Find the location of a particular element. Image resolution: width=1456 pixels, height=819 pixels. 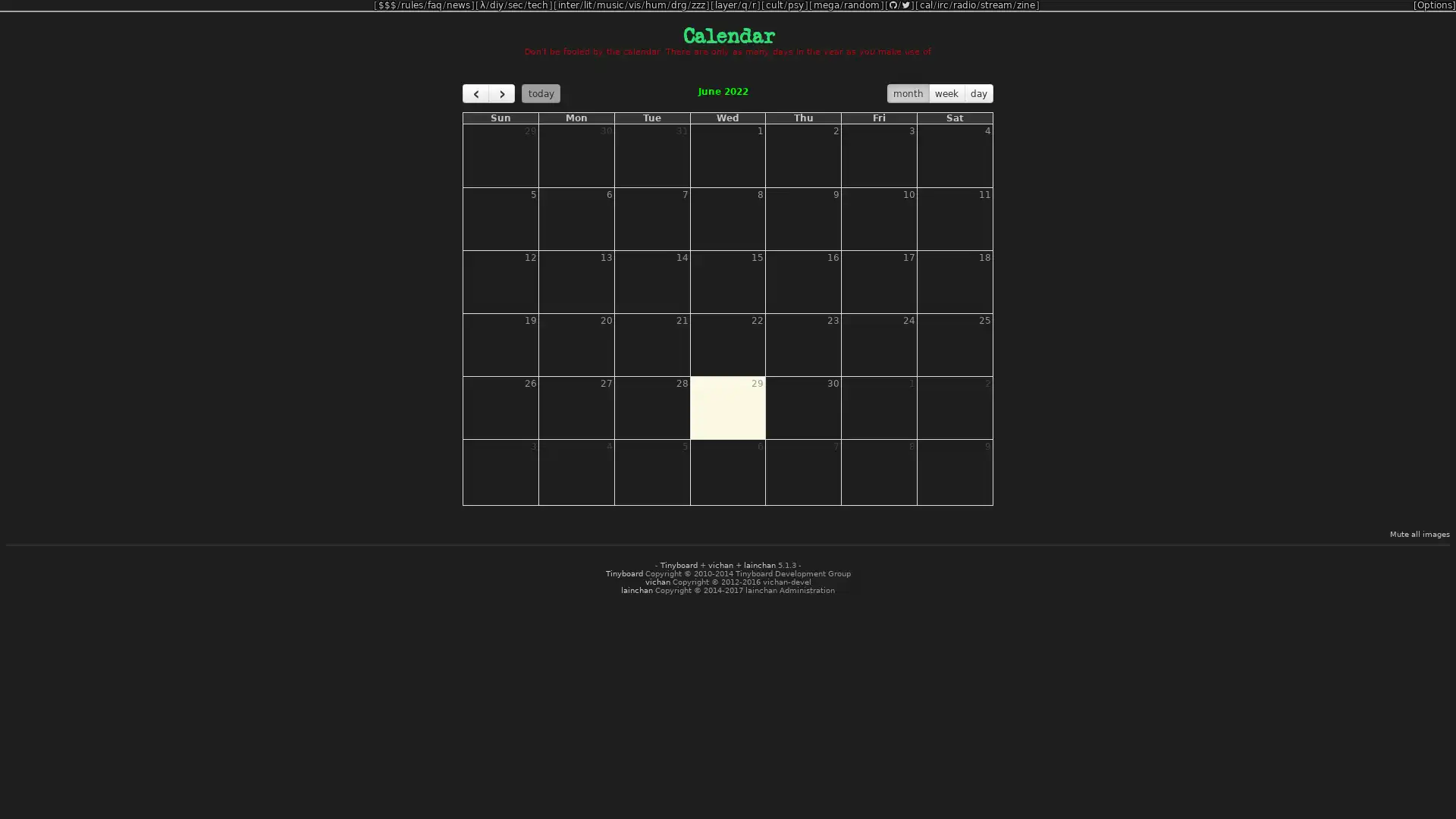

day is located at coordinates (978, 93).